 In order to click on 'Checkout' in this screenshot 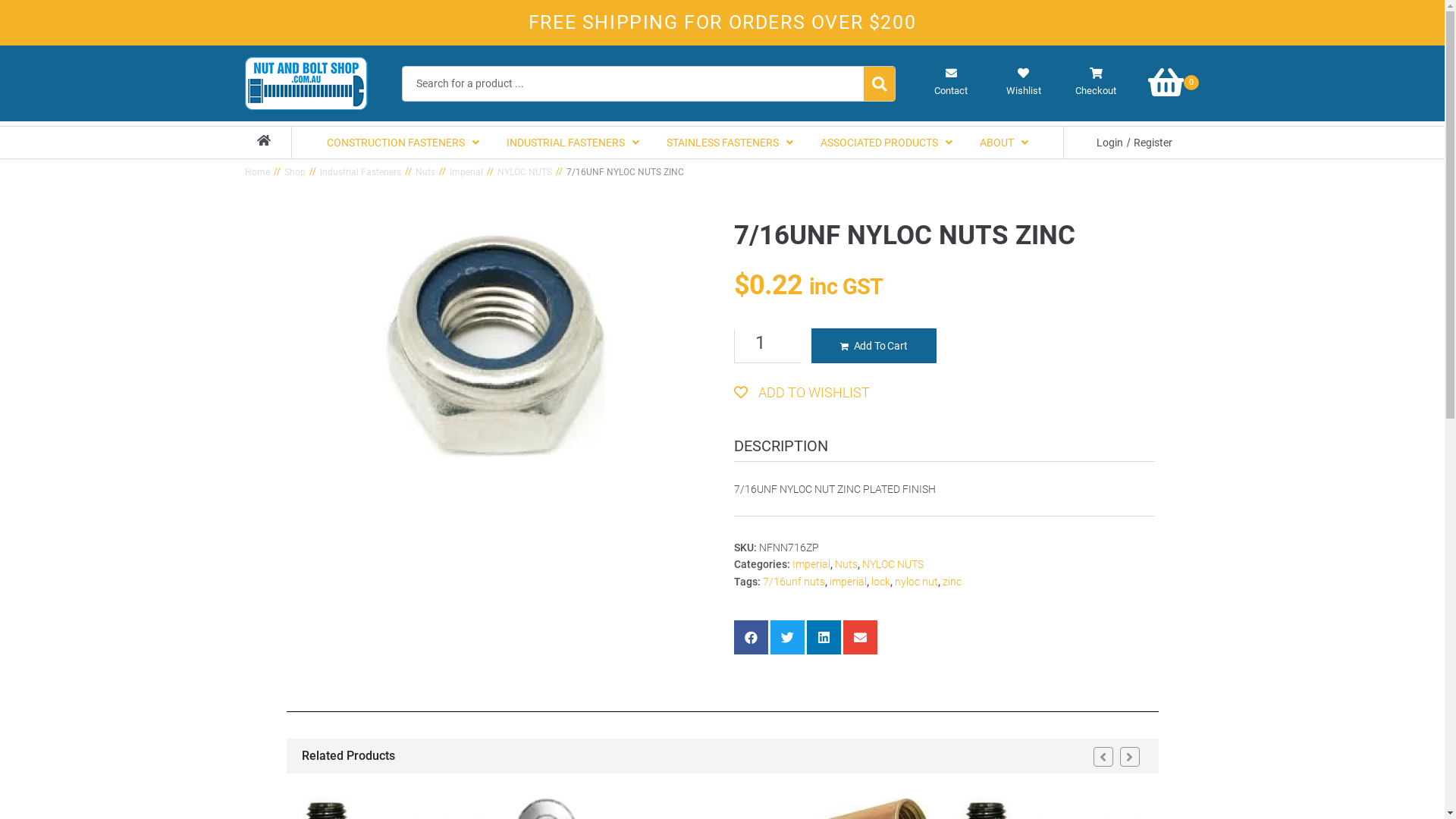, I will do `click(1095, 82)`.